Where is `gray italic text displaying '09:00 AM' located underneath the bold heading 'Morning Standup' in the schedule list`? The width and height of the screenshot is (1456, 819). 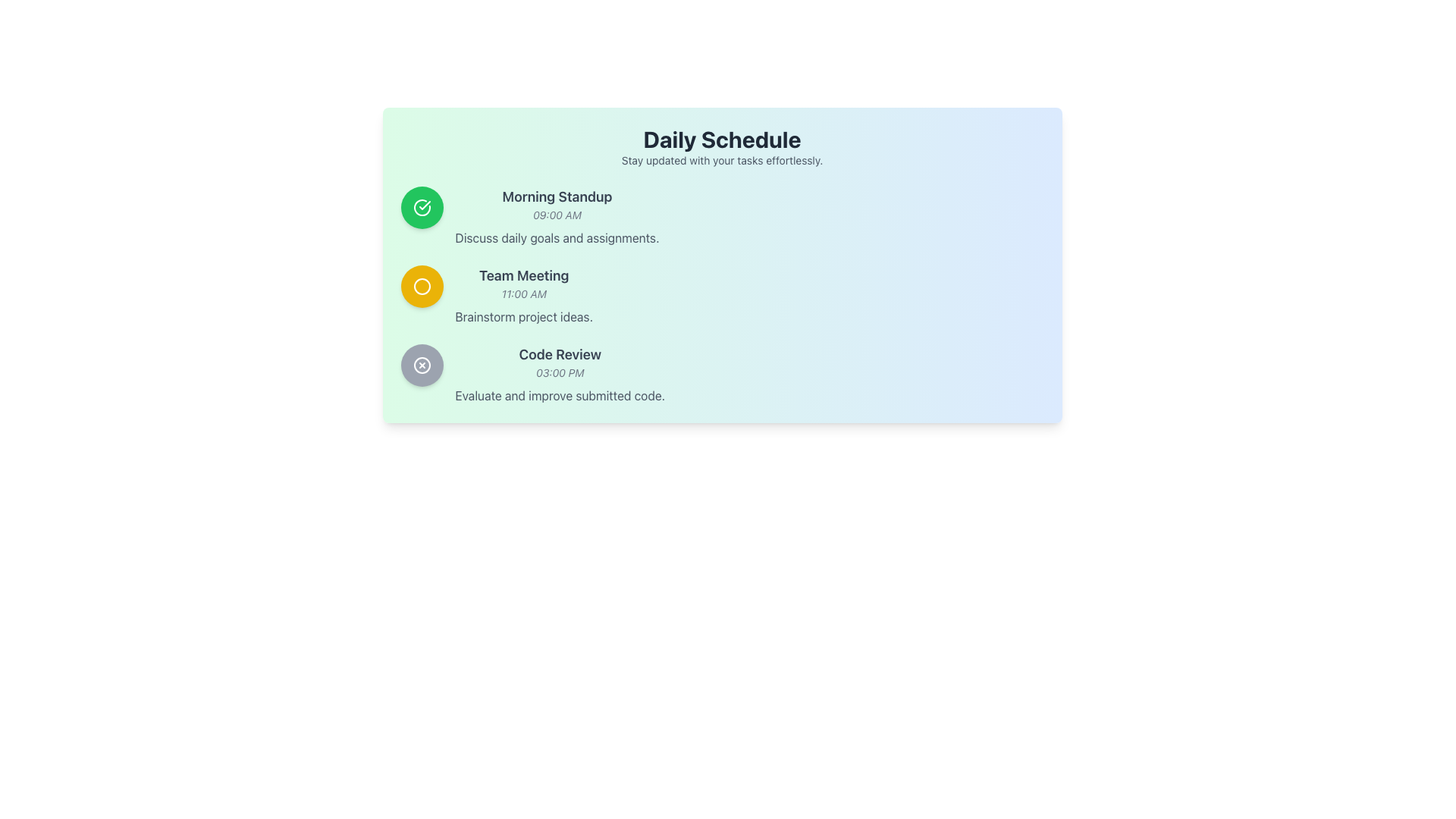 gray italic text displaying '09:00 AM' located underneath the bold heading 'Morning Standup' in the schedule list is located at coordinates (556, 215).